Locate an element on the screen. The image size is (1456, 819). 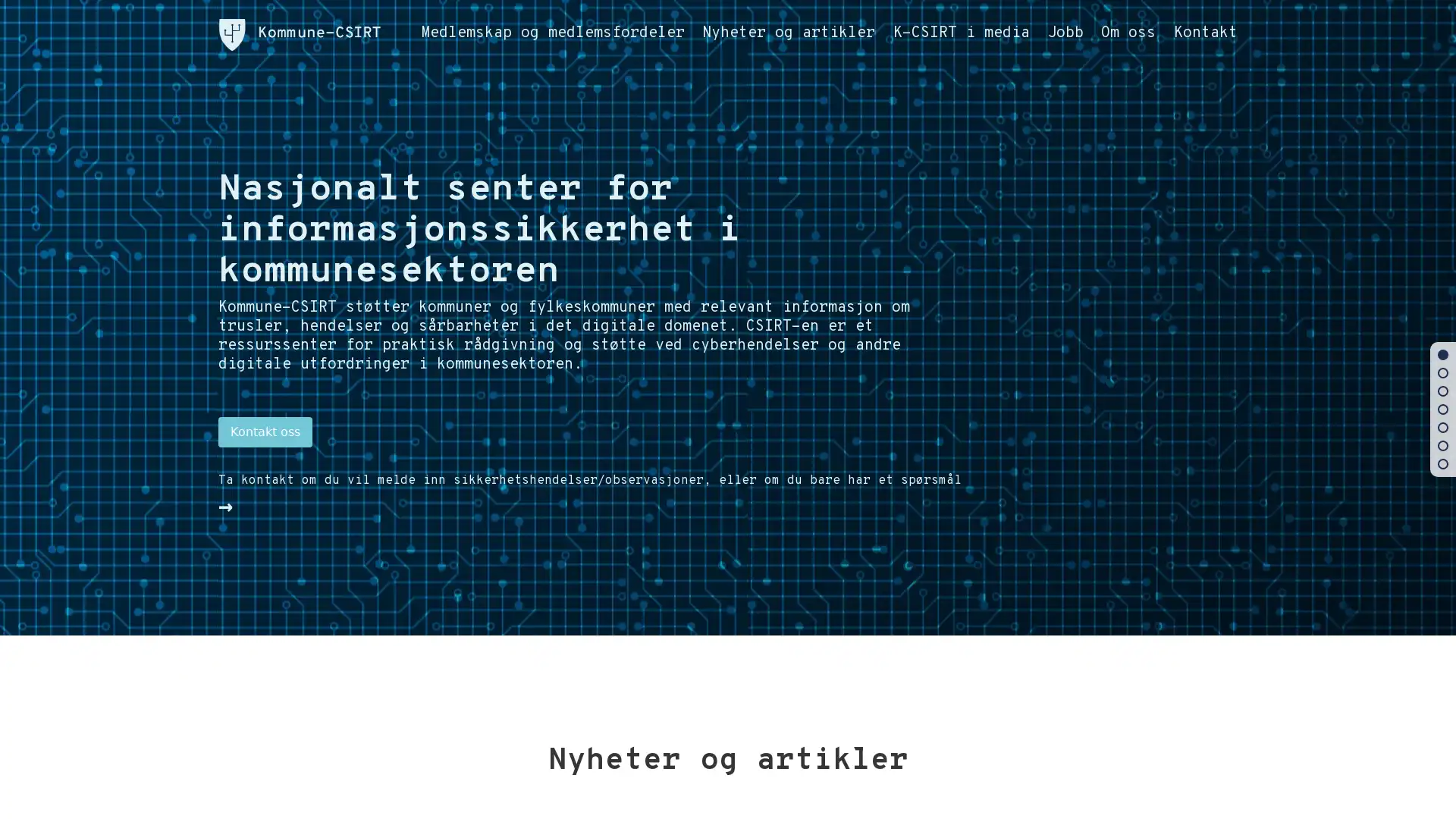
Kontakt oss is located at coordinates (265, 432).